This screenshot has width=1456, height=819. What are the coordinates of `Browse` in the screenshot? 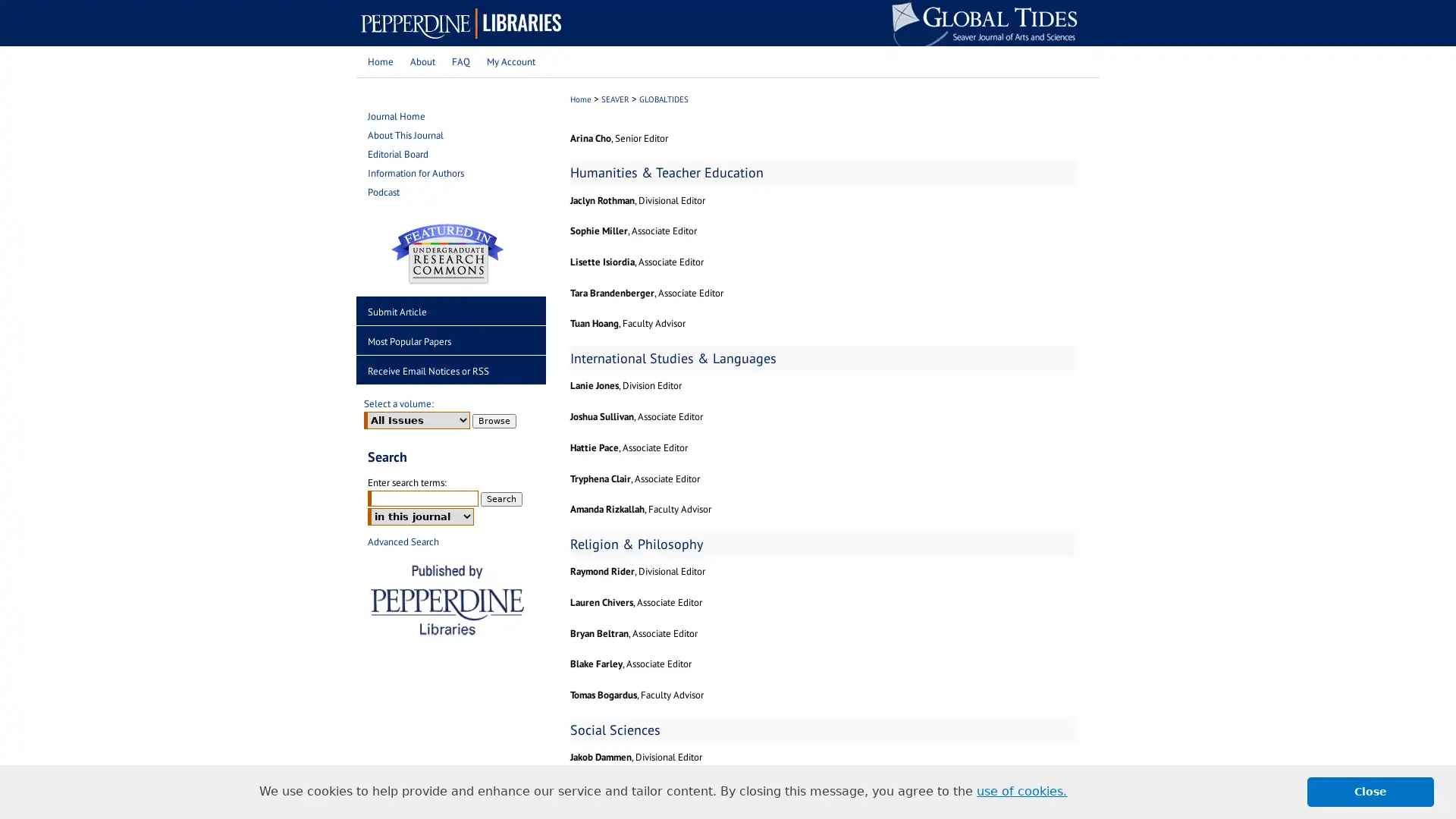 It's located at (494, 420).